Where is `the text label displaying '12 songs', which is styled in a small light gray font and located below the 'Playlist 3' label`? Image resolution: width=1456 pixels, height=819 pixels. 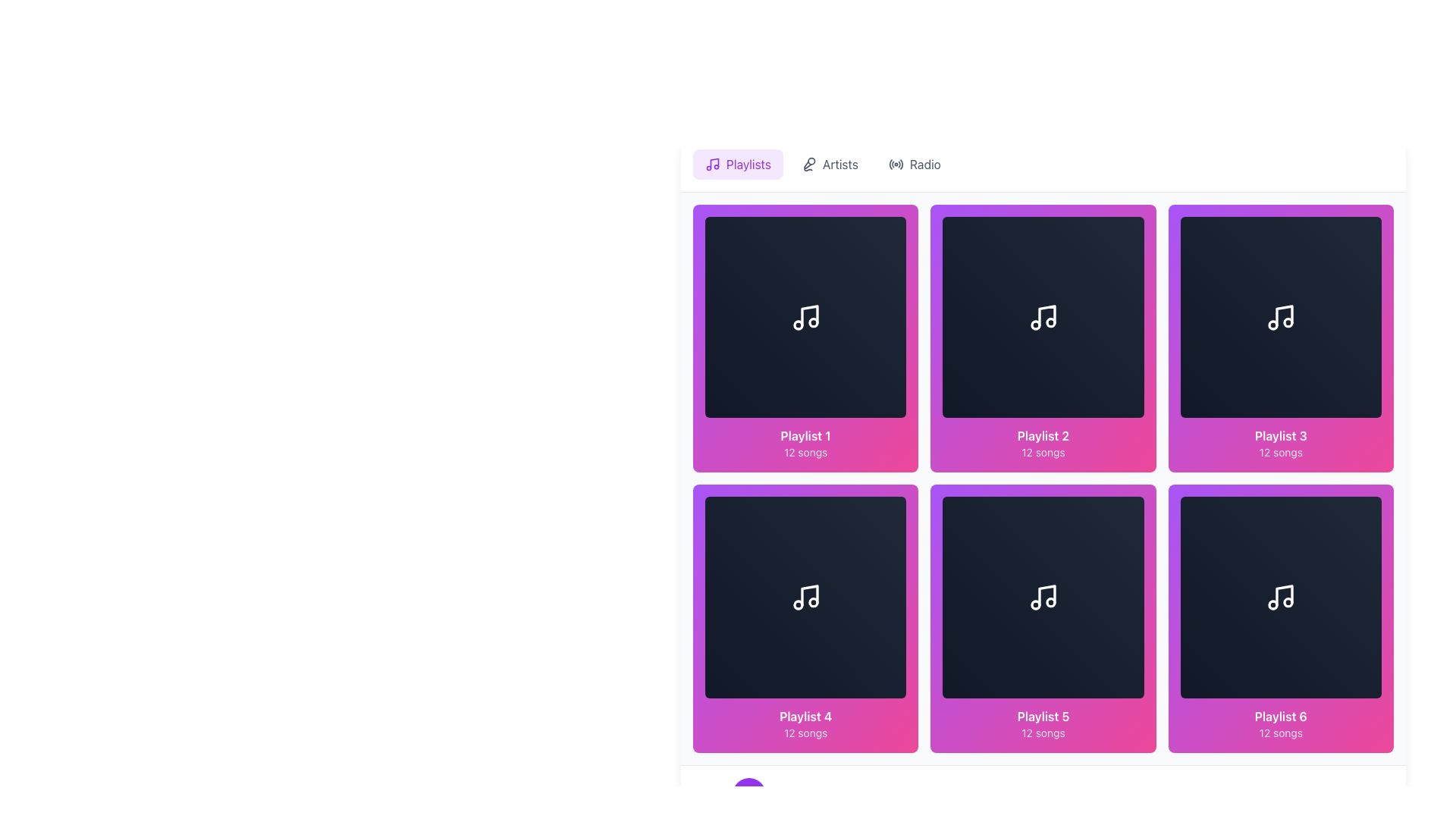 the text label displaying '12 songs', which is styled in a small light gray font and located below the 'Playlist 3' label is located at coordinates (1280, 452).